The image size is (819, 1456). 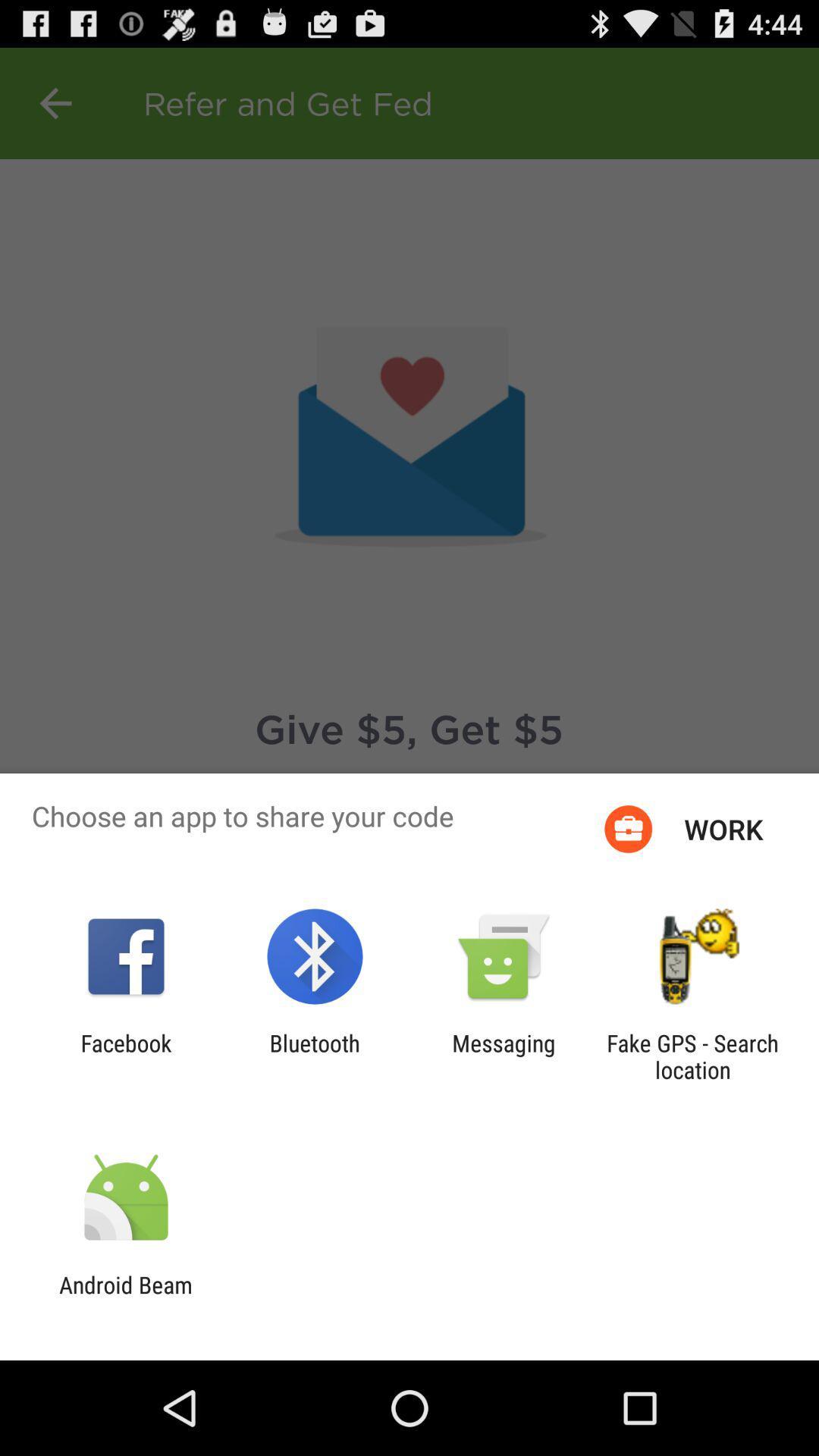 I want to click on the app to the left of fake gps search icon, so click(x=504, y=1056).